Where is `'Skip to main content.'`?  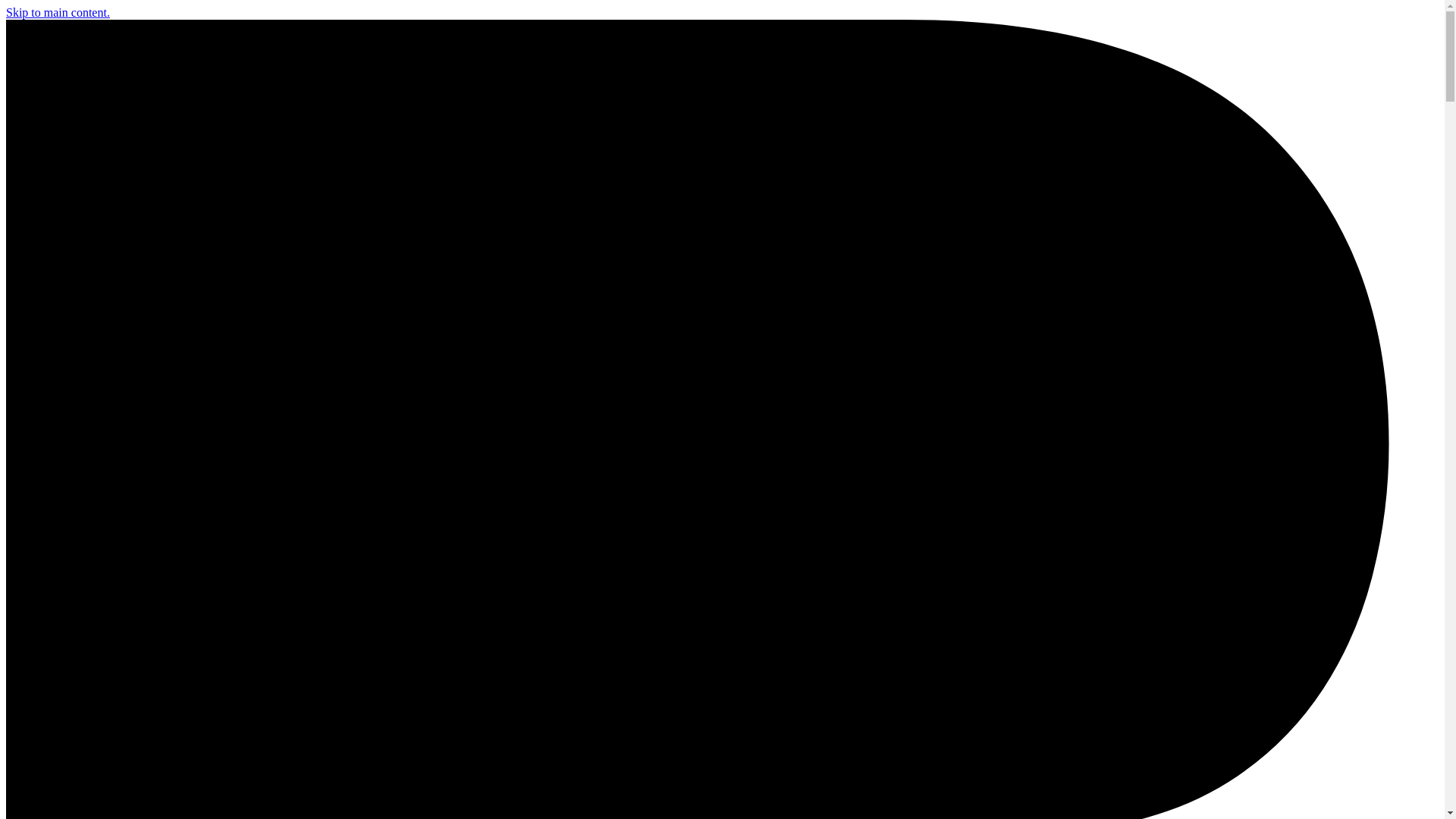
'Skip to main content.' is located at coordinates (58, 12).